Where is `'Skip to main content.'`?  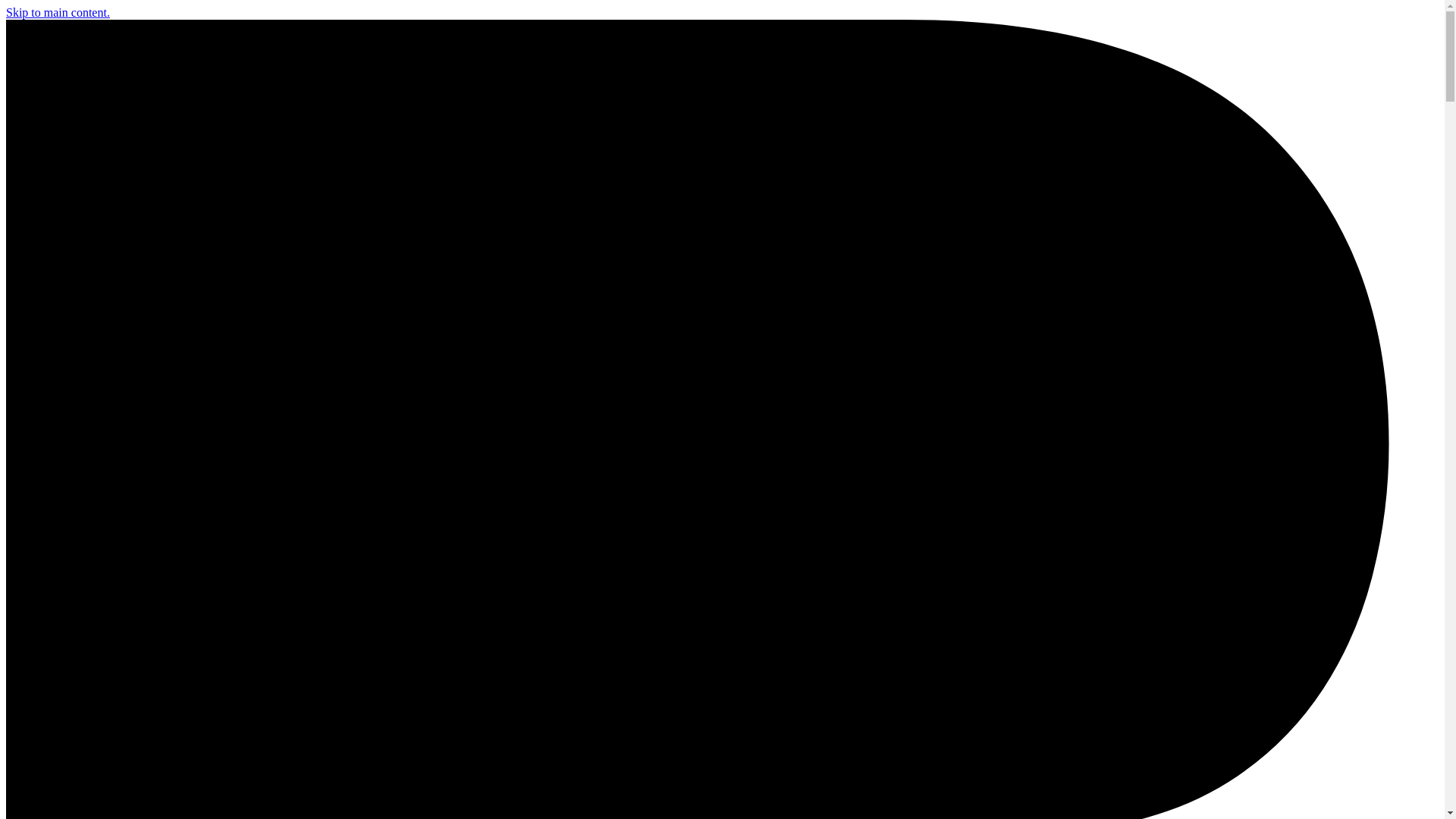
'Skip to main content.' is located at coordinates (58, 12).